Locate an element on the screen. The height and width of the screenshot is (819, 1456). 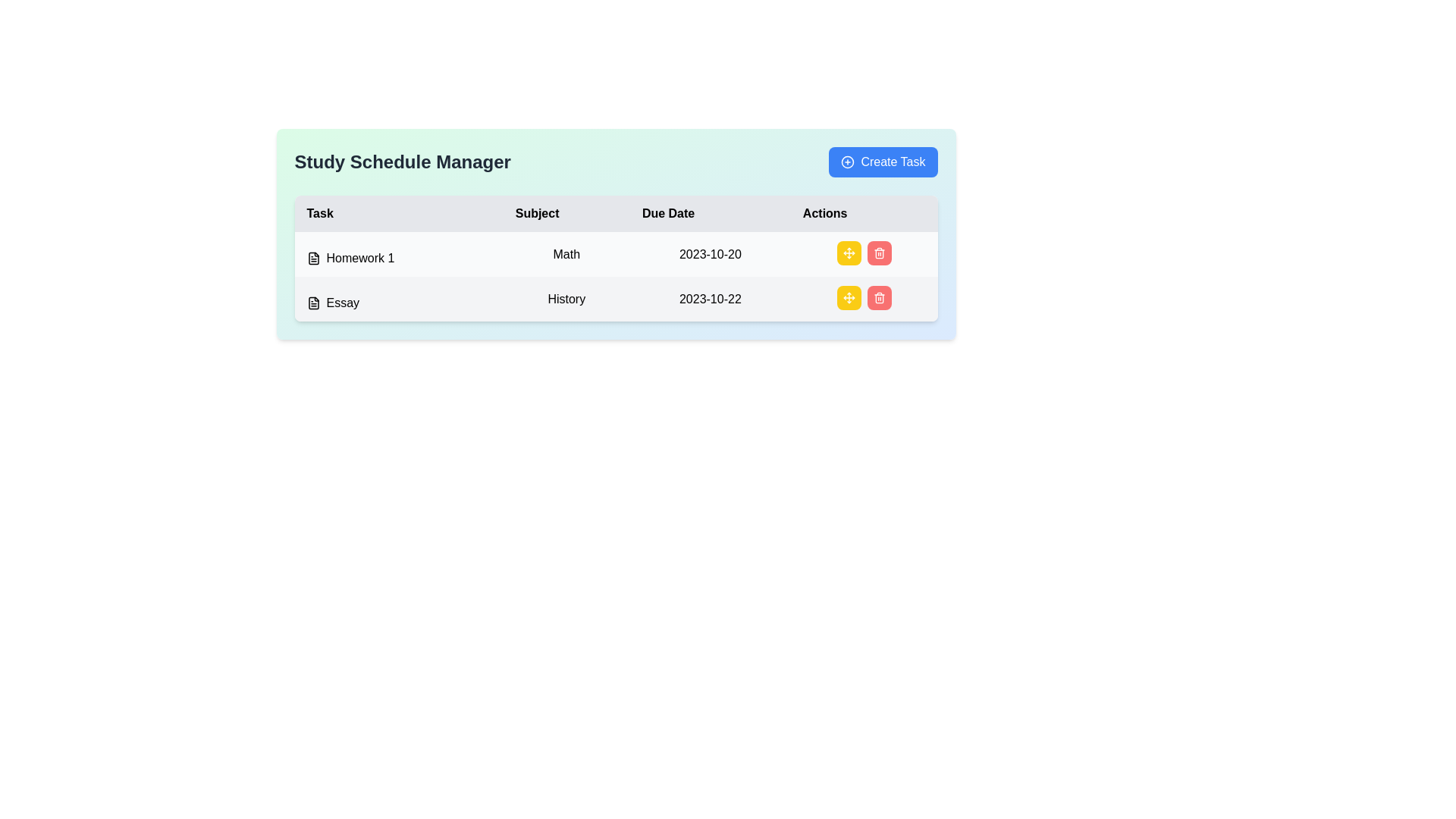
the icon inside the 'Create Task' button, which is positioned to the left of the text 'Create Task' in the top-right corner of the main content area is located at coordinates (847, 162).